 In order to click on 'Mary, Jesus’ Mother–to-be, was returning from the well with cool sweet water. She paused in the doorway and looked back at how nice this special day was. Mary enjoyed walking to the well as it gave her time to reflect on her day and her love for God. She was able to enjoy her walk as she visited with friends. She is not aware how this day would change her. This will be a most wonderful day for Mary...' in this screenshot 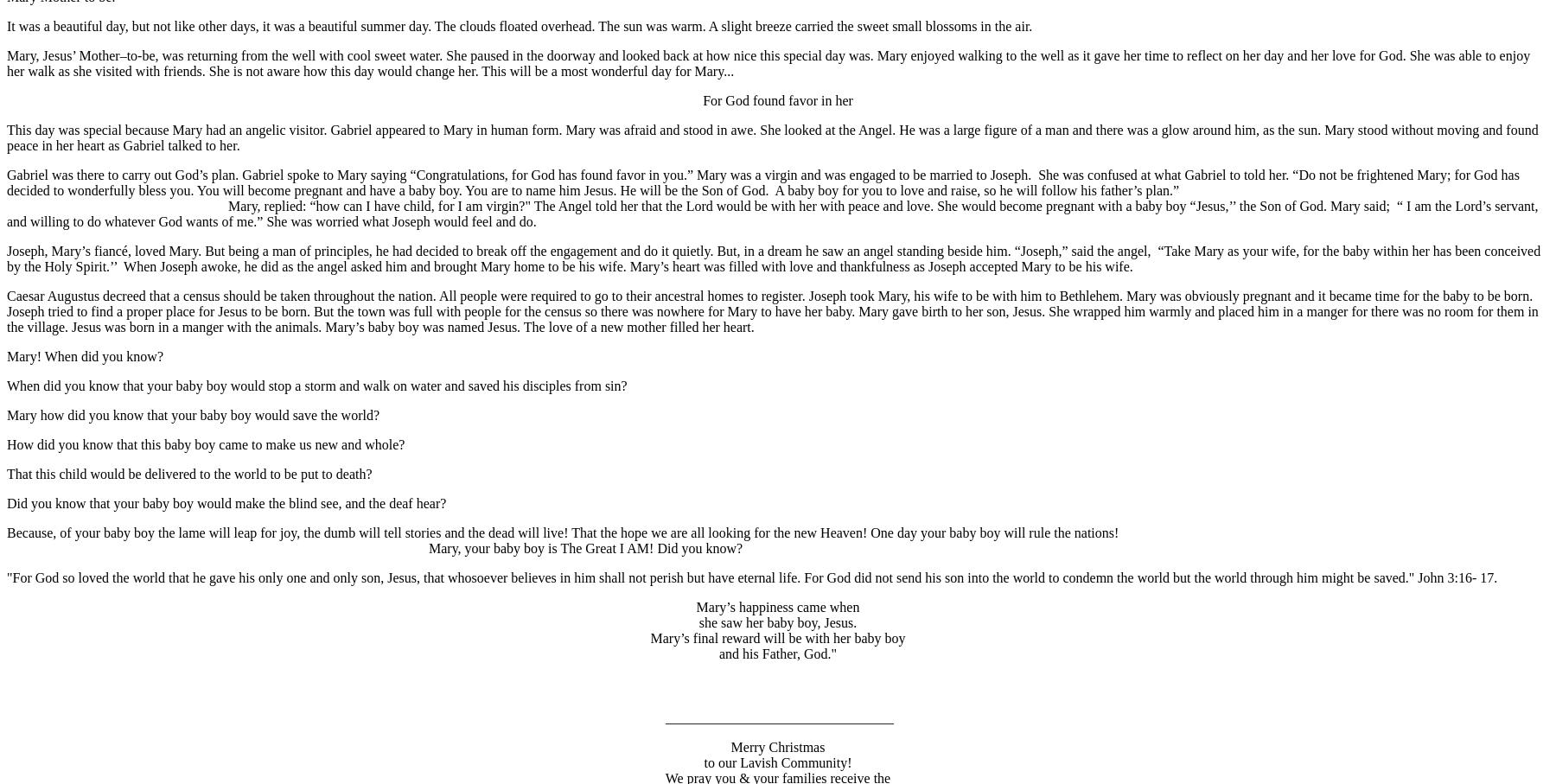, I will do `click(5, 62)`.